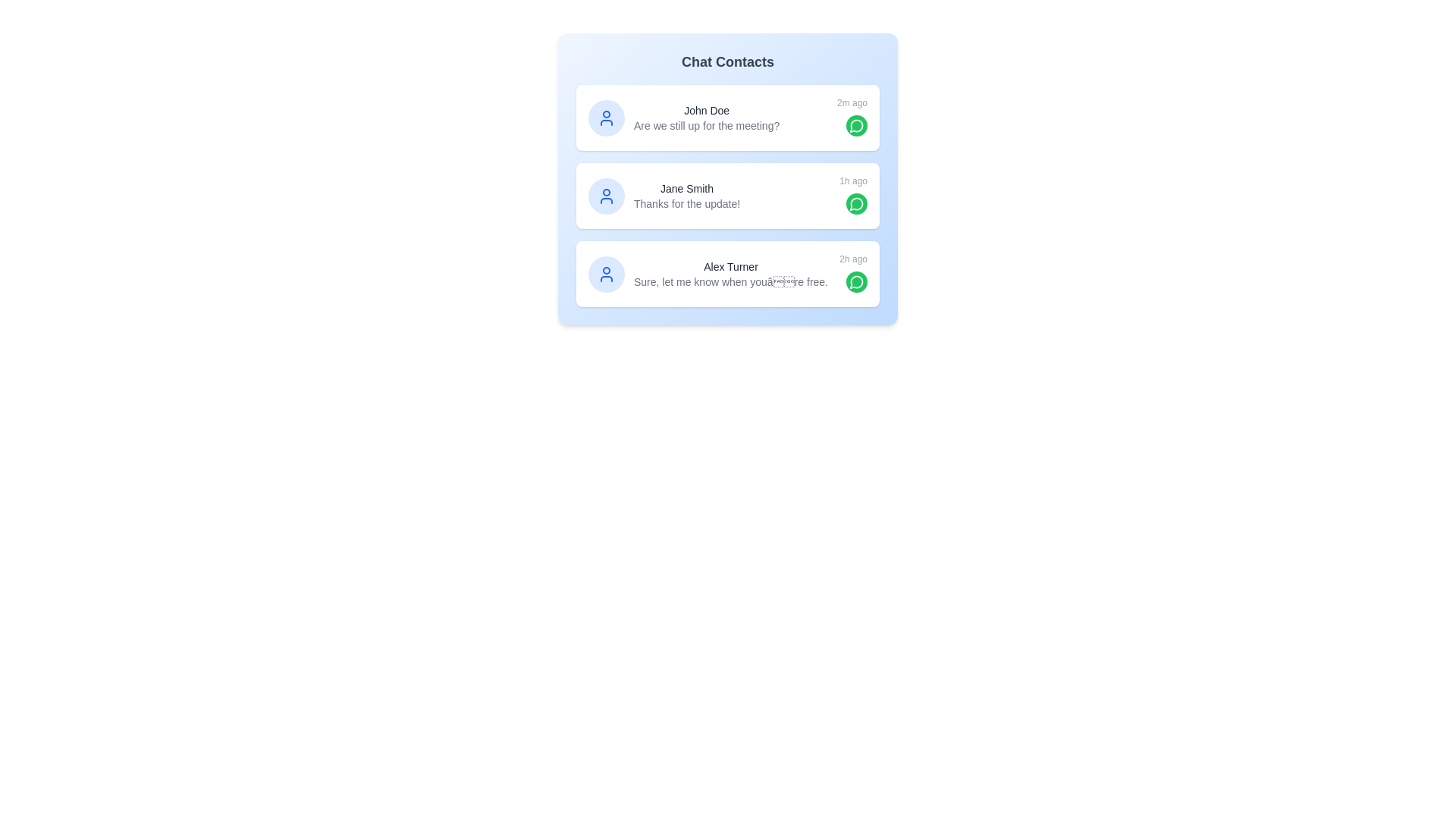  I want to click on the contact Alex Turner to view its hover effects, so click(728, 274).